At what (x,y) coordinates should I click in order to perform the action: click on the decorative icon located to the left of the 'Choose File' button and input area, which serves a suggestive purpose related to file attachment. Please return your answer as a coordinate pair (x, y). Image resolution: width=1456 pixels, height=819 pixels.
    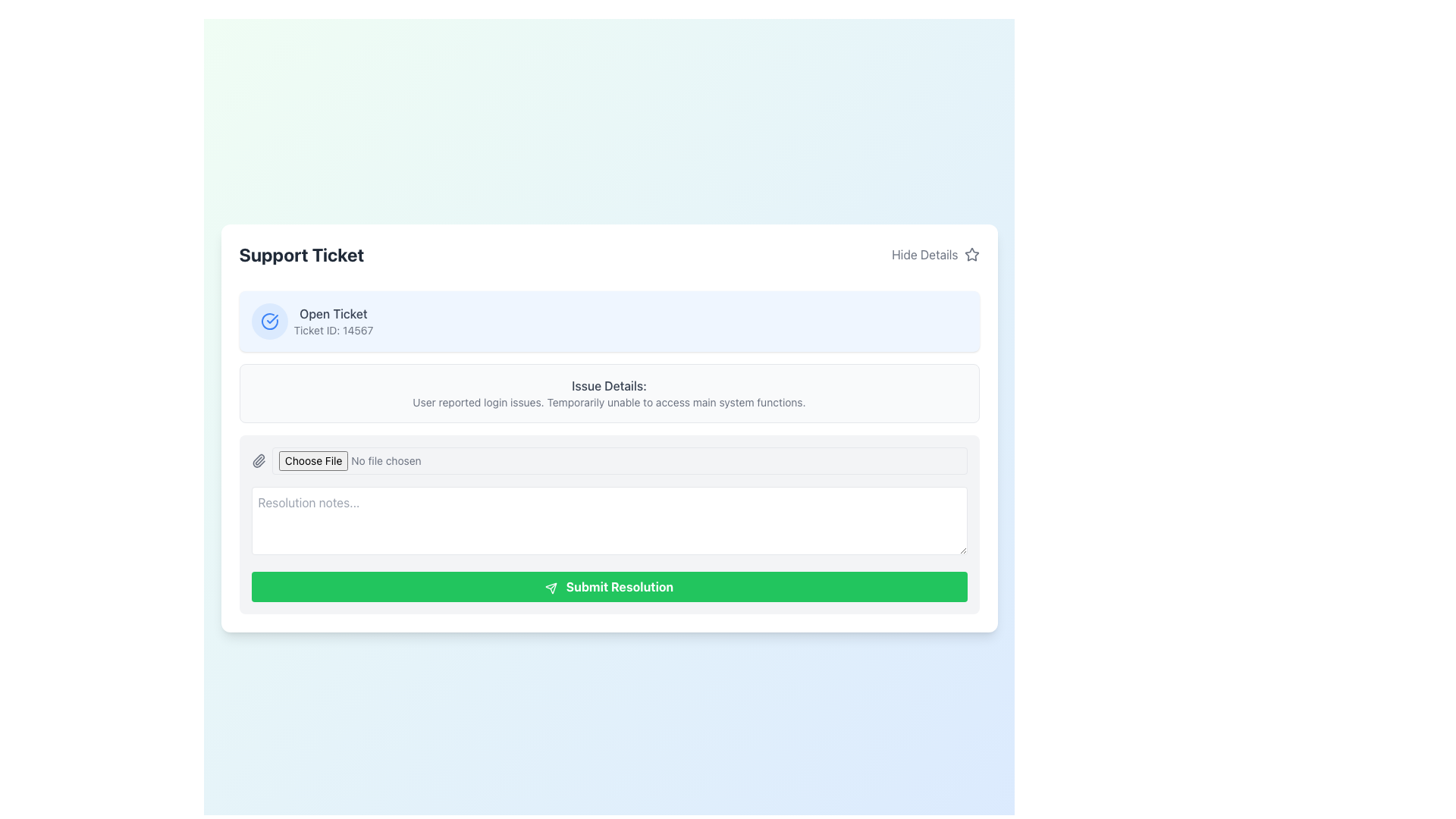
    Looking at the image, I should click on (259, 460).